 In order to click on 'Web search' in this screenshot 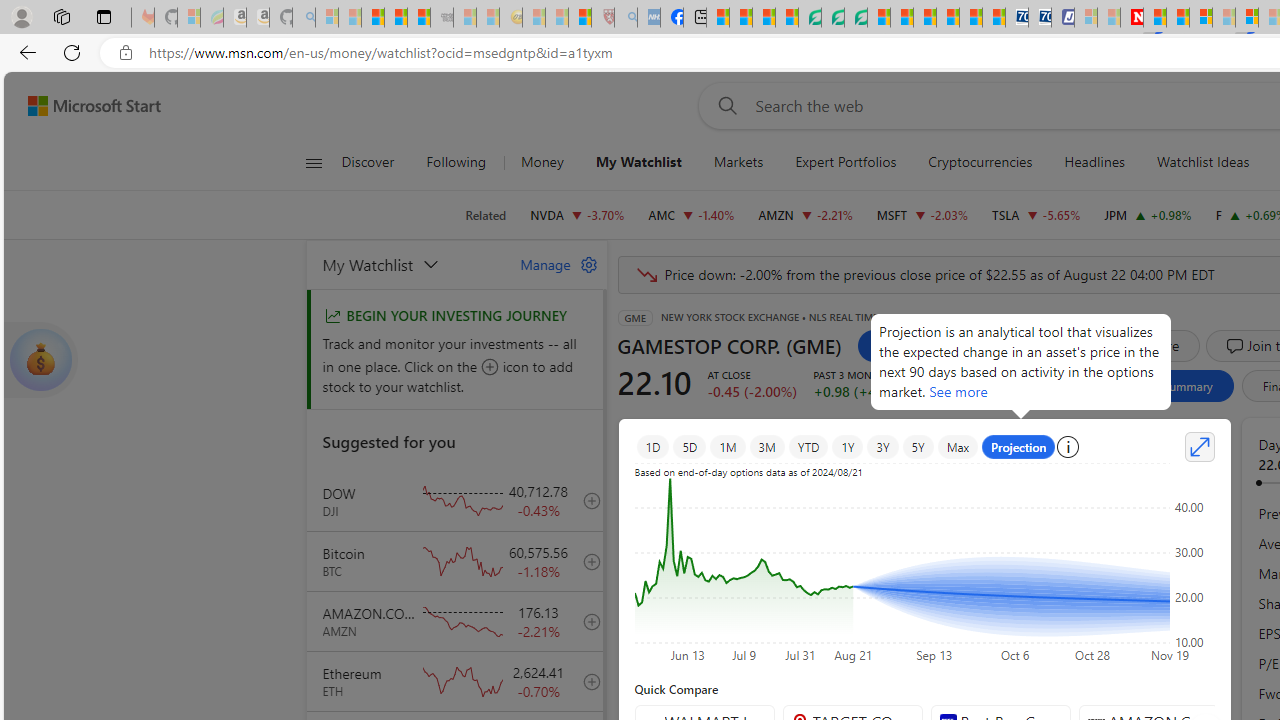, I will do `click(723, 105)`.